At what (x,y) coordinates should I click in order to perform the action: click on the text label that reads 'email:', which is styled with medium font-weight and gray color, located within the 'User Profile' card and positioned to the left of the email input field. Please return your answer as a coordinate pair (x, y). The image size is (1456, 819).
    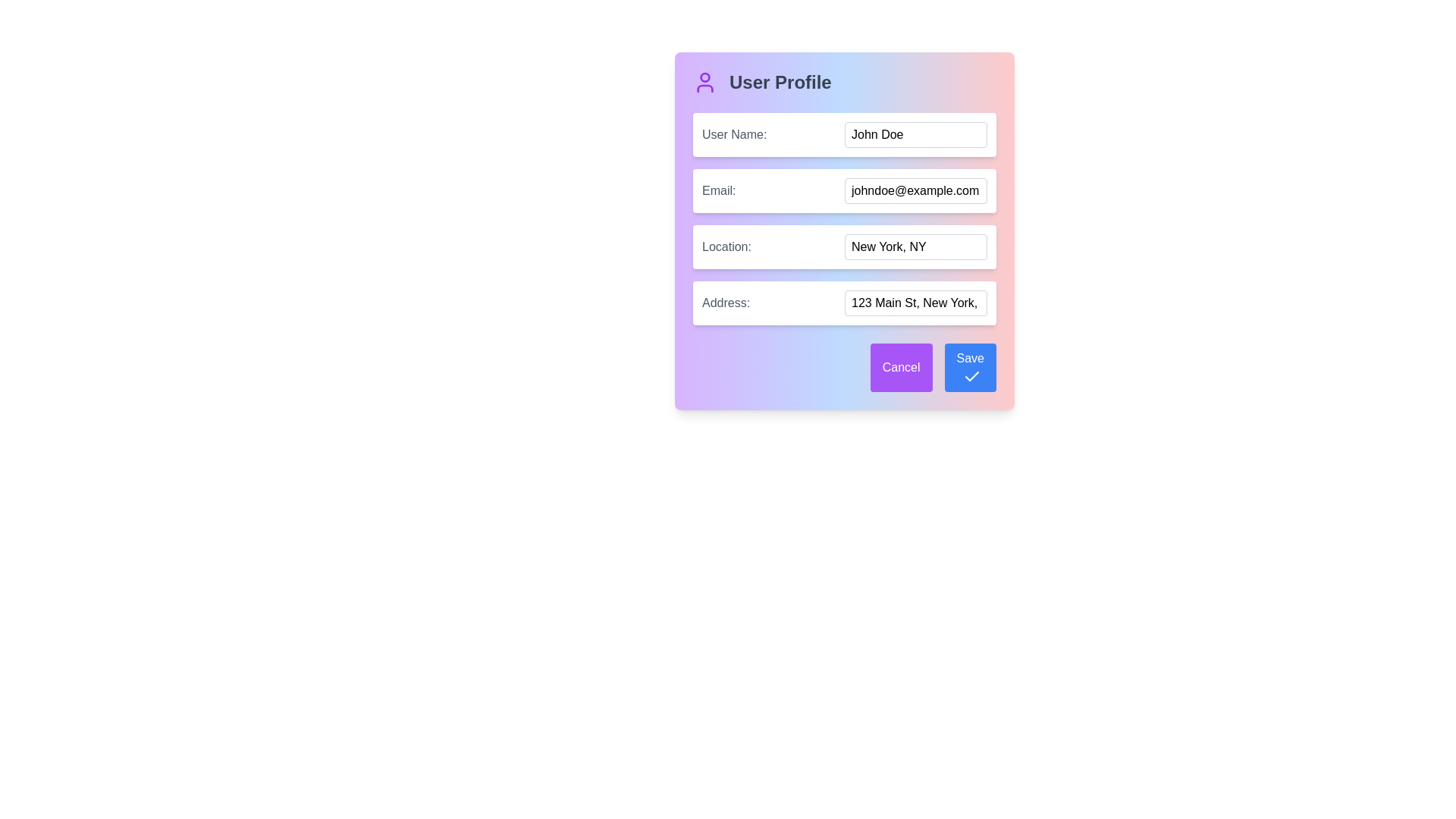
    Looking at the image, I should click on (718, 190).